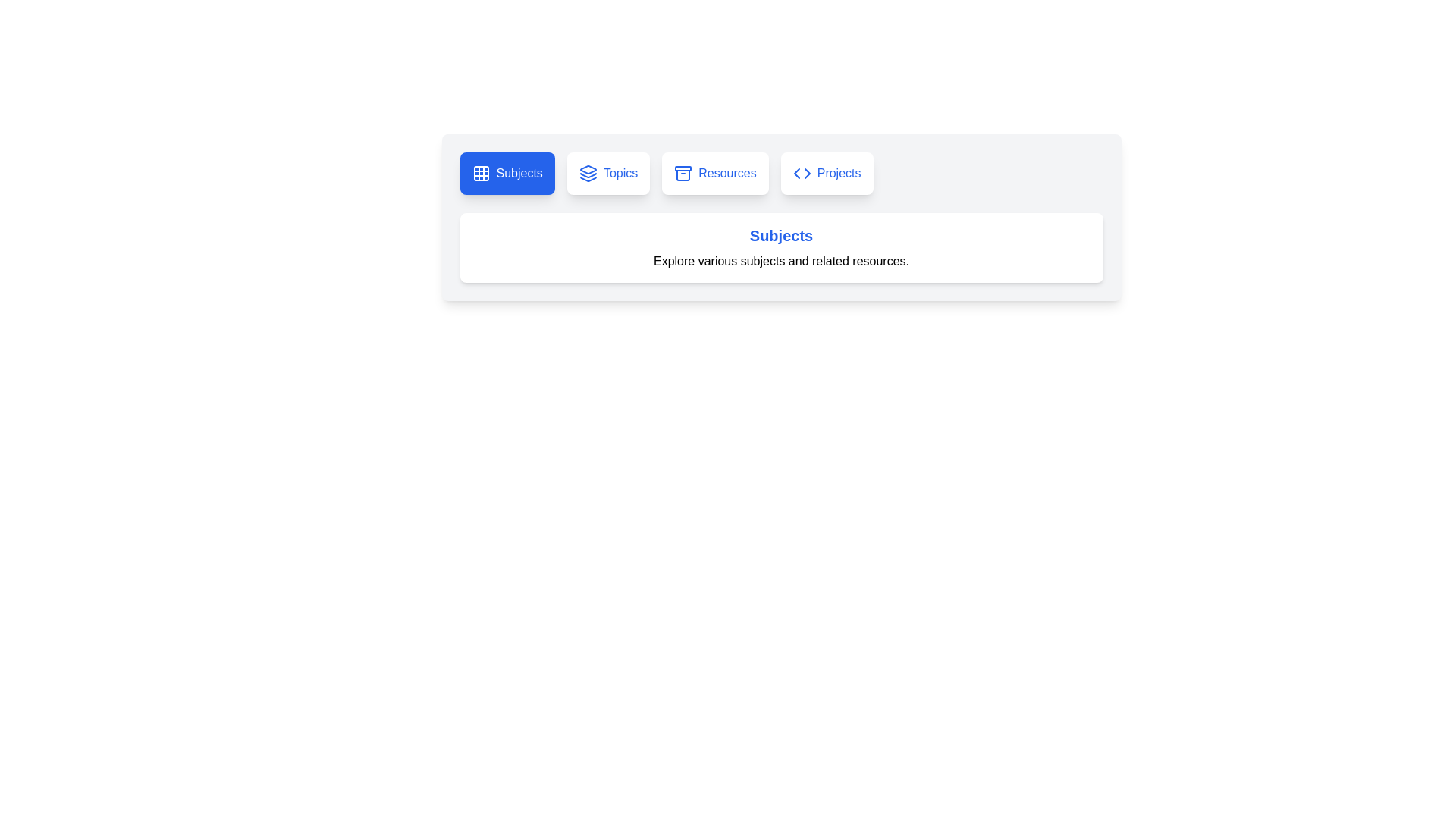 This screenshot has height=819, width=1456. Describe the element at coordinates (507, 172) in the screenshot. I see `the tab labeled Subjects` at that location.